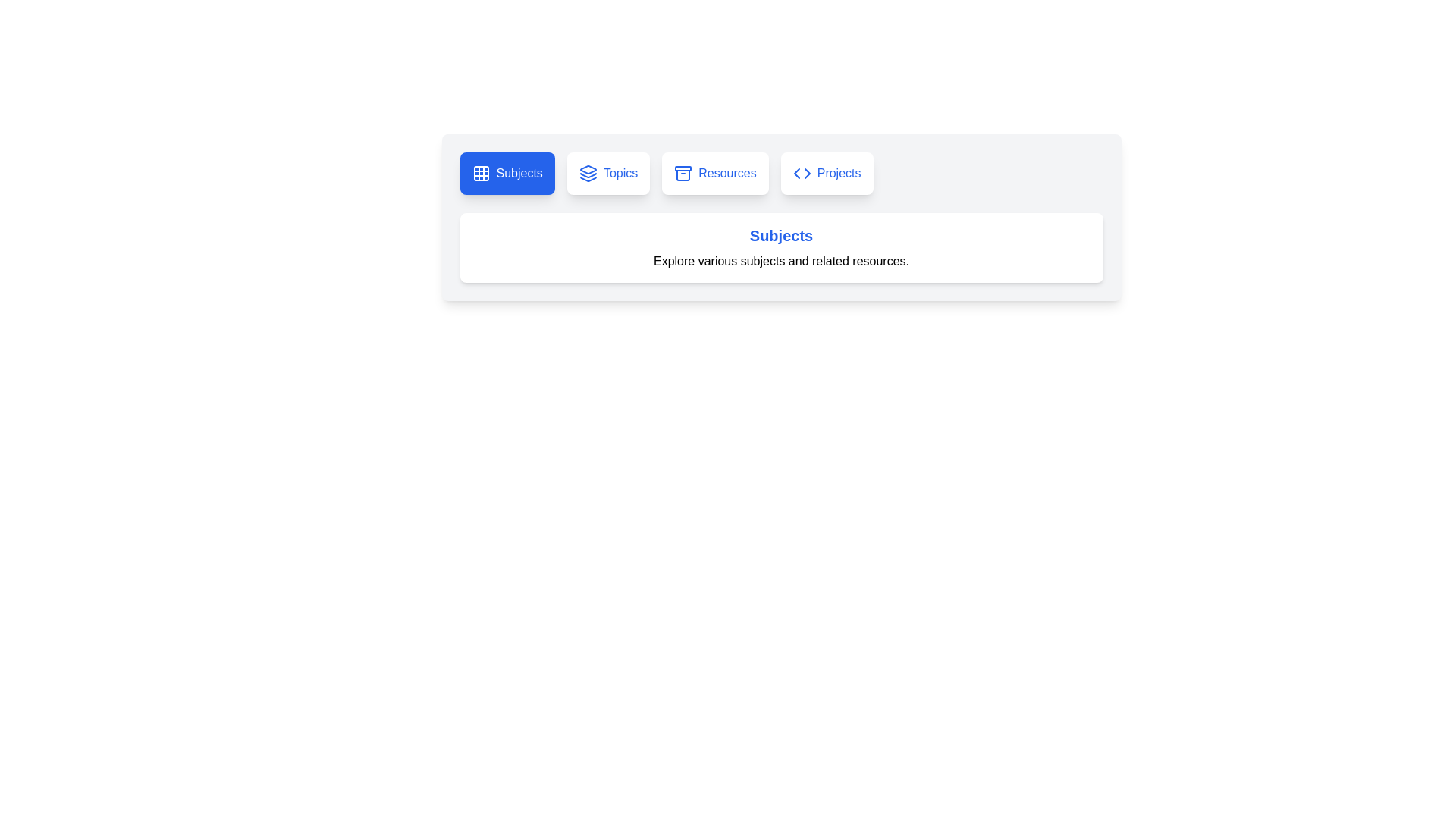 This screenshot has height=819, width=1456. Describe the element at coordinates (507, 172) in the screenshot. I see `the tab labeled Subjects` at that location.